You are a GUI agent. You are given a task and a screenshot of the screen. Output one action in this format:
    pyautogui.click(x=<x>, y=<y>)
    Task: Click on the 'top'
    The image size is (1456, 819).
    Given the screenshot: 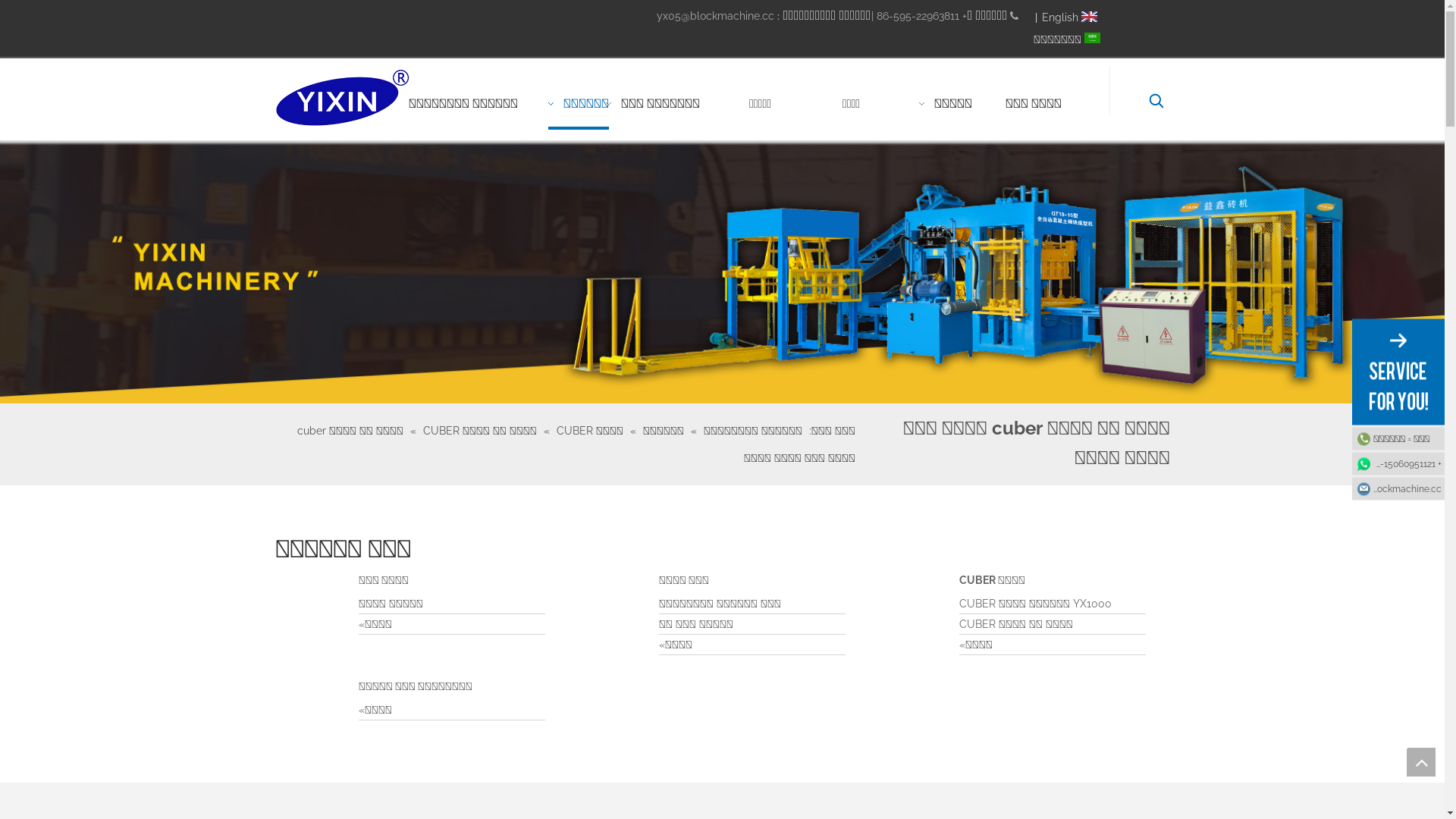 What is the action you would take?
    pyautogui.click(x=1420, y=762)
    